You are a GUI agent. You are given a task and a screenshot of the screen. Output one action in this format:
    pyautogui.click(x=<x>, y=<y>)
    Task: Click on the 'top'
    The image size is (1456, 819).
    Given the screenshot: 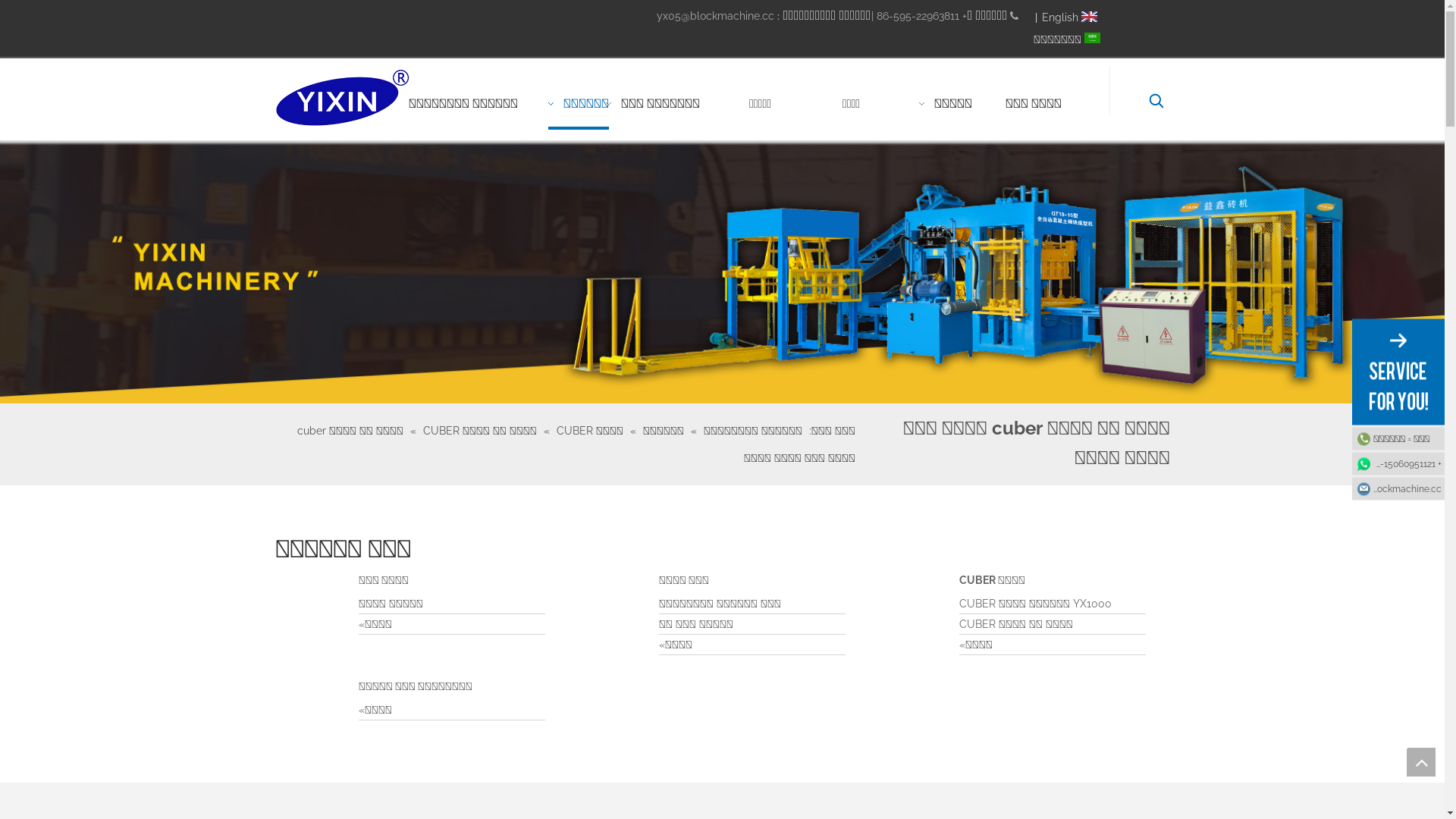 What is the action you would take?
    pyautogui.click(x=1420, y=762)
    